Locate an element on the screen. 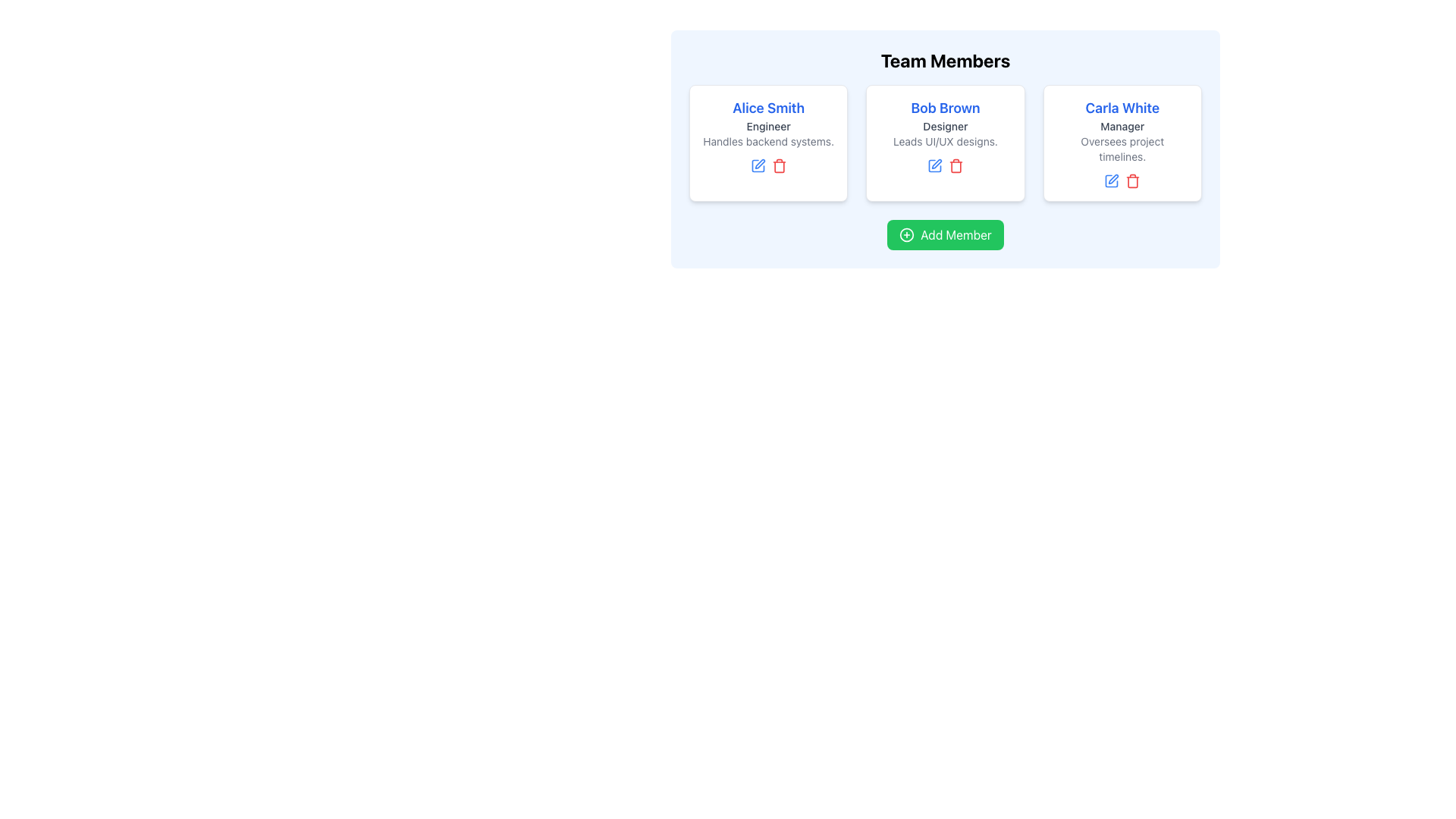 This screenshot has width=1456, height=819. the pen icon located on the card labeled 'Bob Brown' in the top right corner to initiate the edit action is located at coordinates (936, 164).